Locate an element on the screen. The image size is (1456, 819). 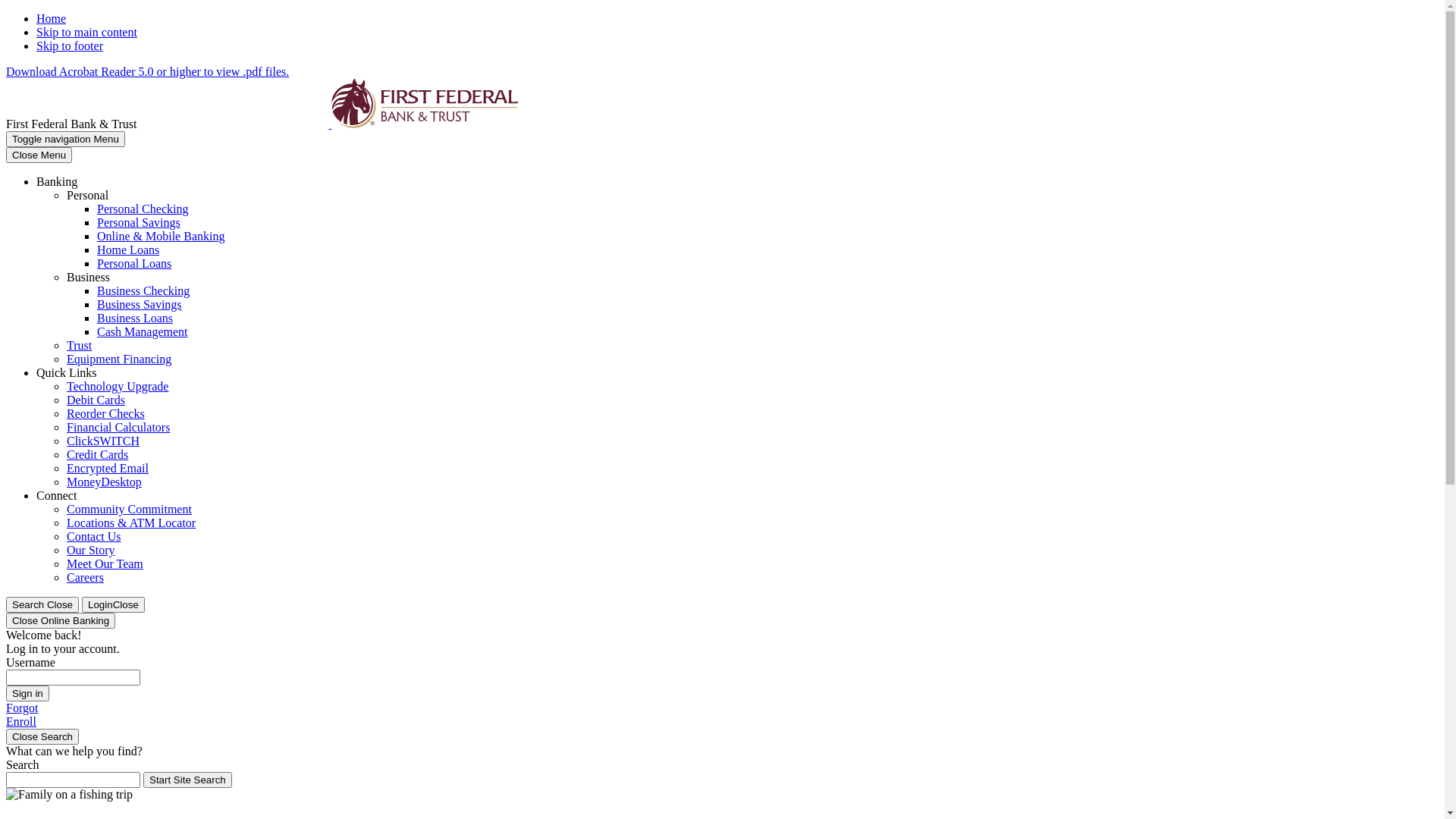
'Reorder Checks' is located at coordinates (105, 413).